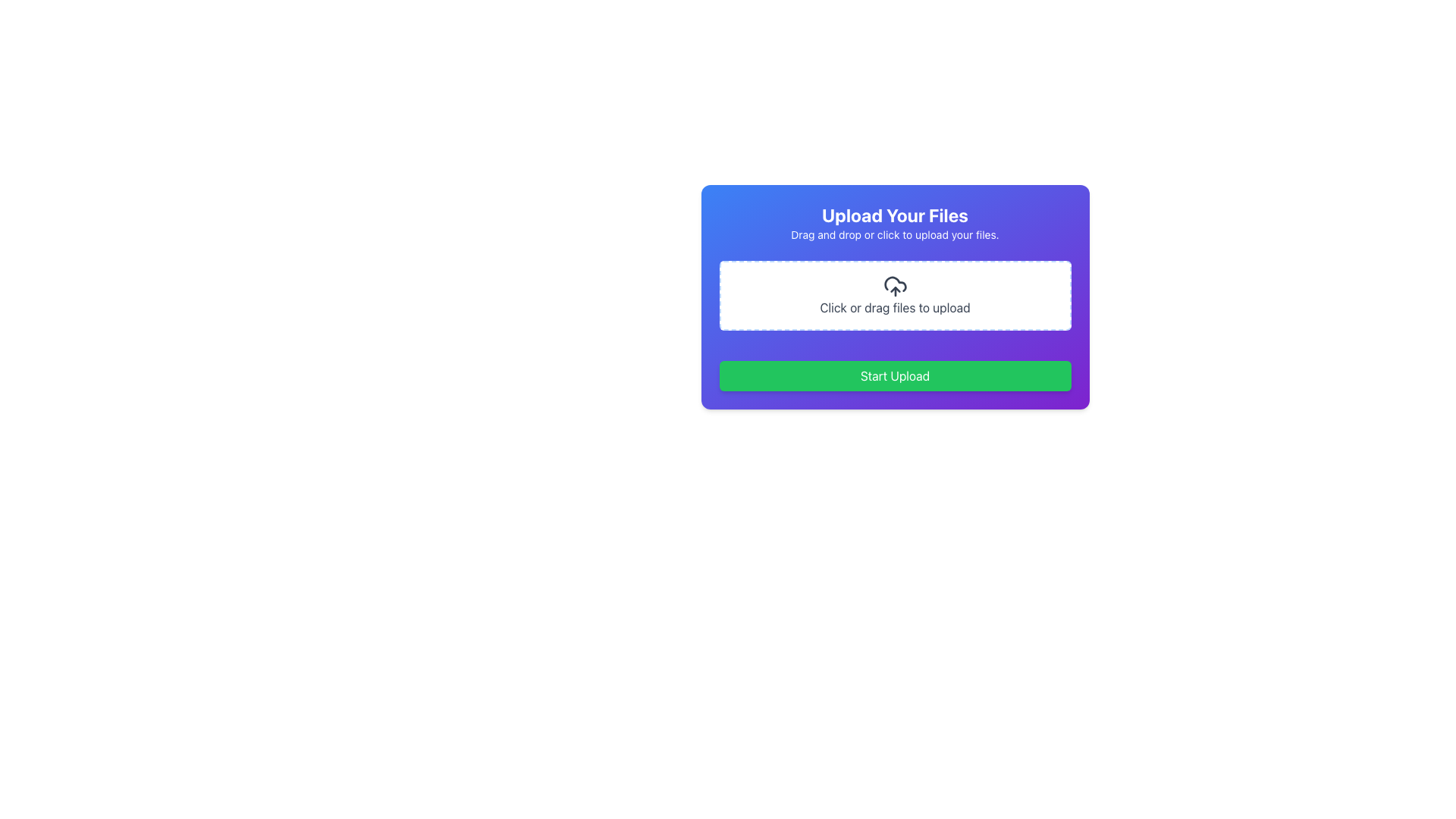 This screenshot has width=1456, height=819. What do you see at coordinates (895, 307) in the screenshot?
I see `text label that instructs 'Click or drag files to upload', which is centrally aligned within the file upload box` at bounding box center [895, 307].